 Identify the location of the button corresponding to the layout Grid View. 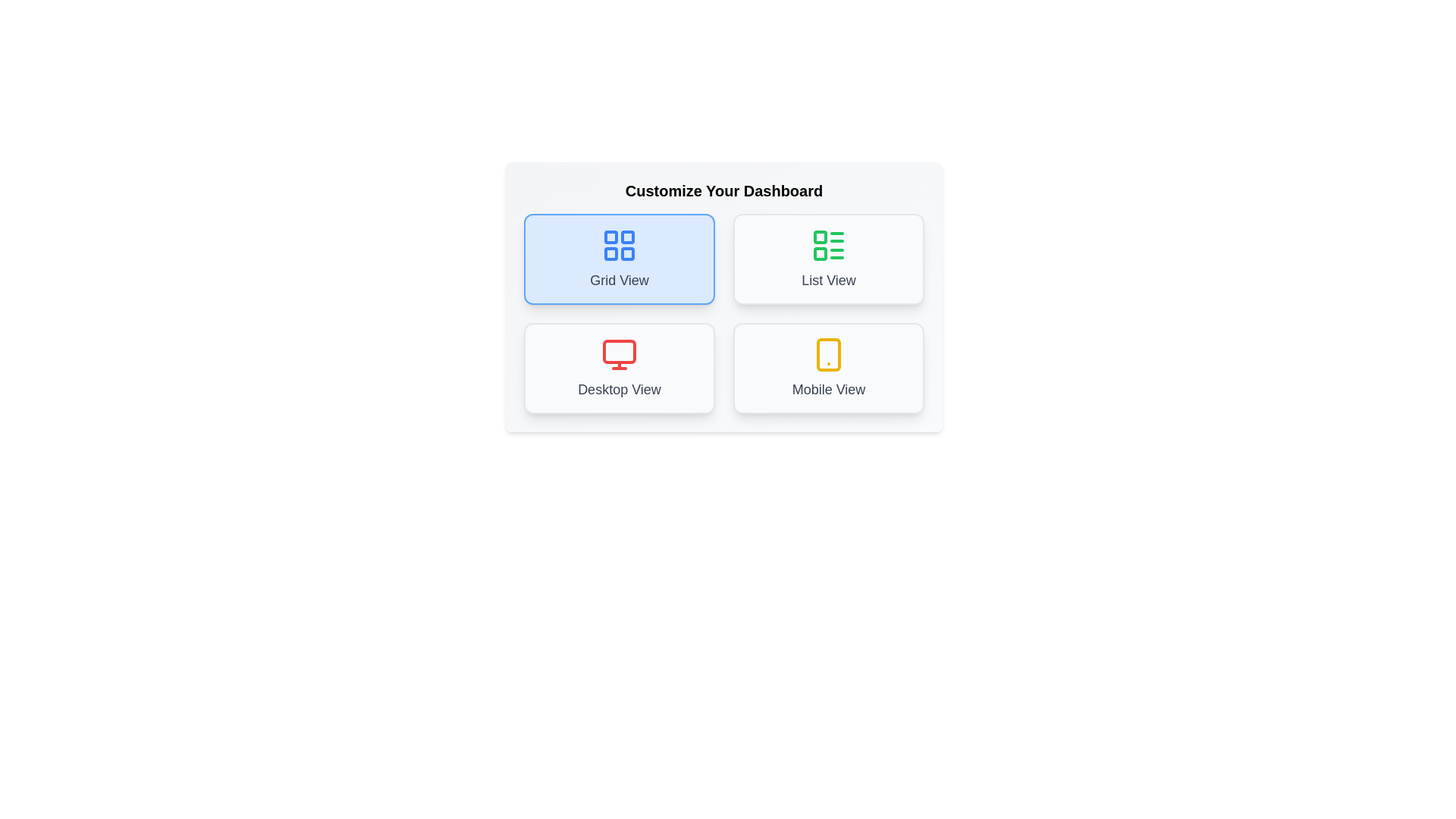
(619, 259).